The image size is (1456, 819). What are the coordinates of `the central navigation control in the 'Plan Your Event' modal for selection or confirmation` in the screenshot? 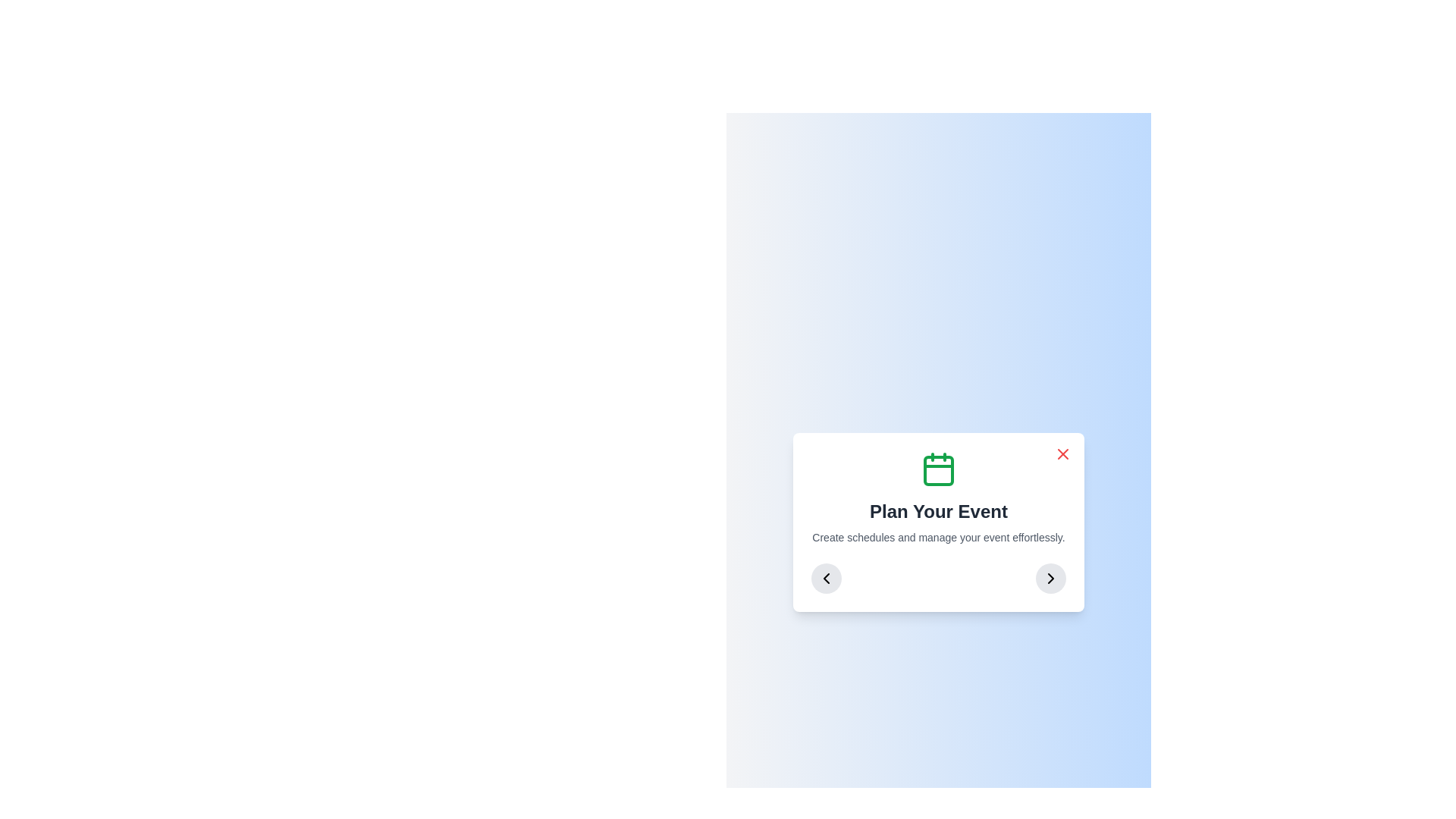 It's located at (938, 579).